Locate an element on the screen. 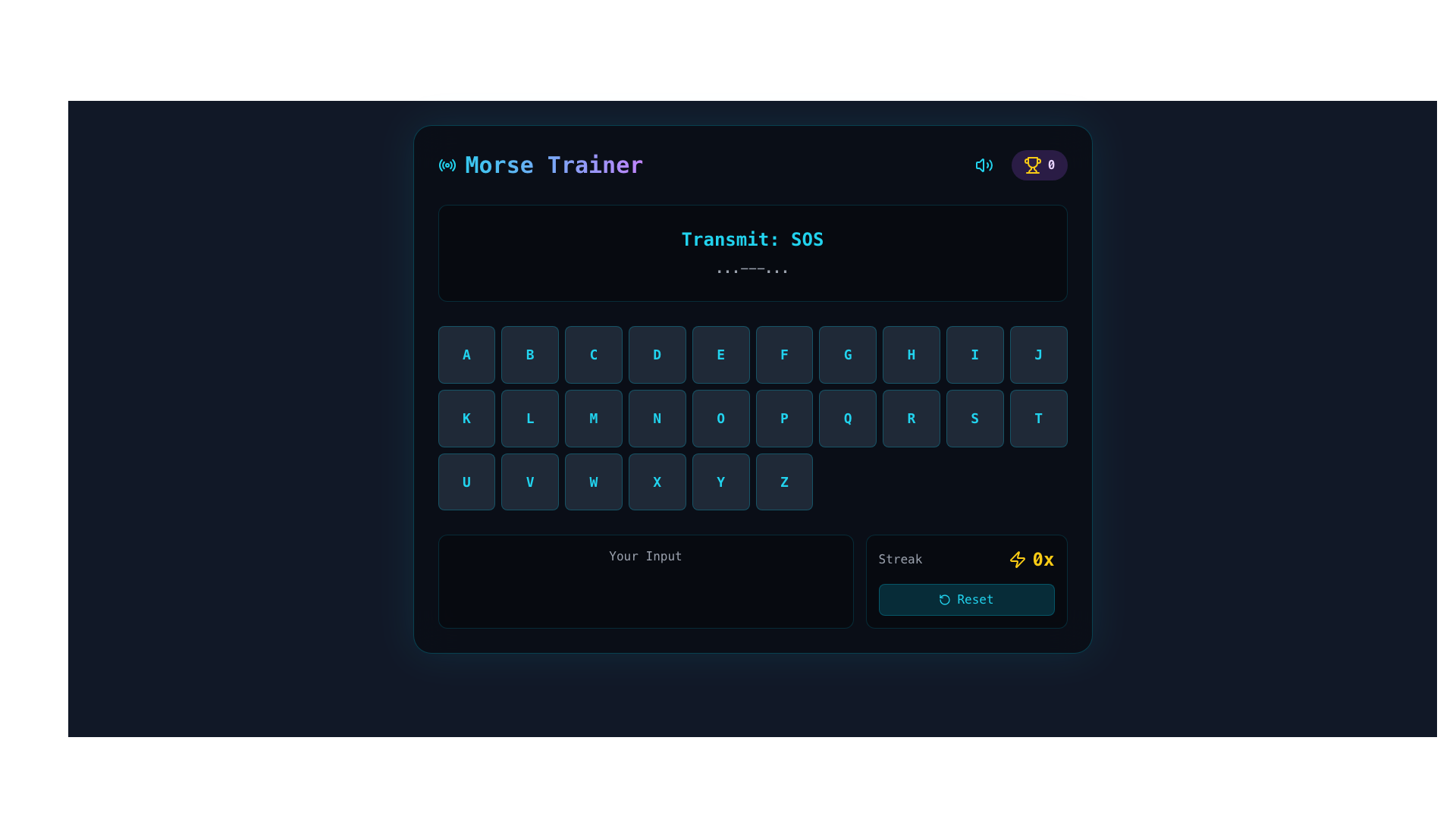 This screenshot has height=819, width=1456. the cyan speaker icon button located in the top-right section of the interface is located at coordinates (984, 165).